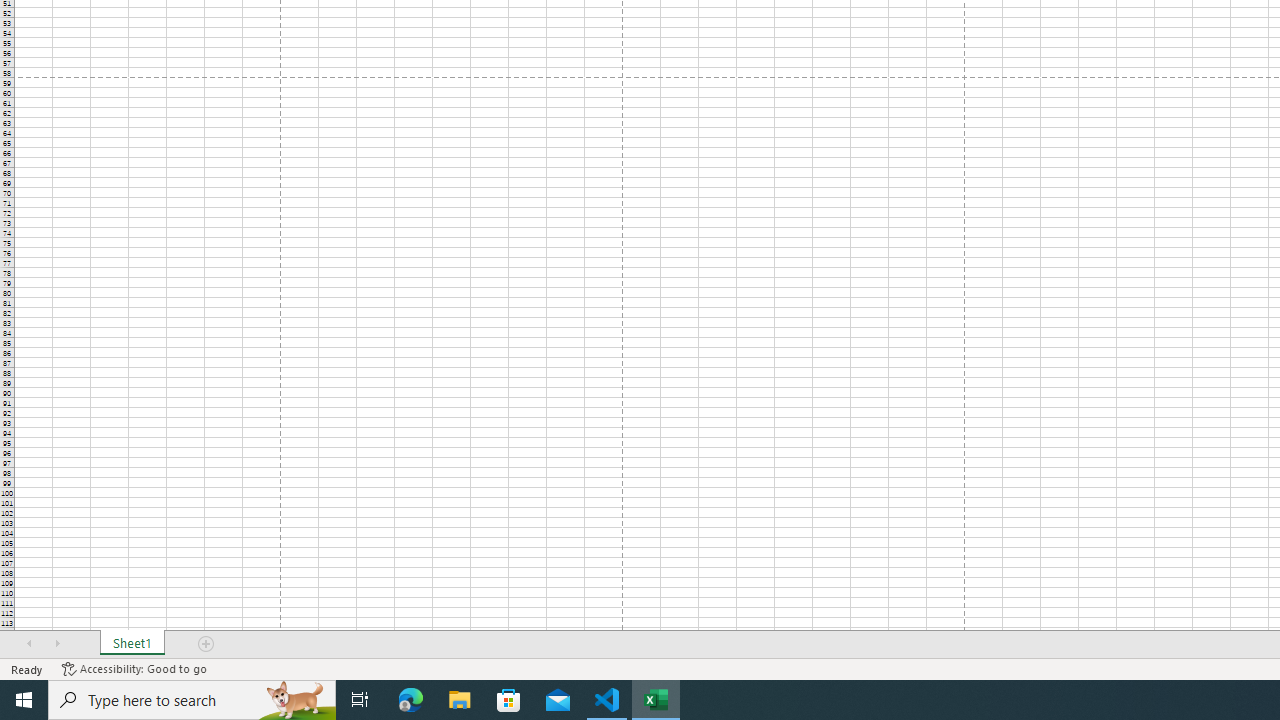 The height and width of the screenshot is (720, 1280). What do you see at coordinates (133, 669) in the screenshot?
I see `'Accessibility Checker Accessibility: Good to go'` at bounding box center [133, 669].